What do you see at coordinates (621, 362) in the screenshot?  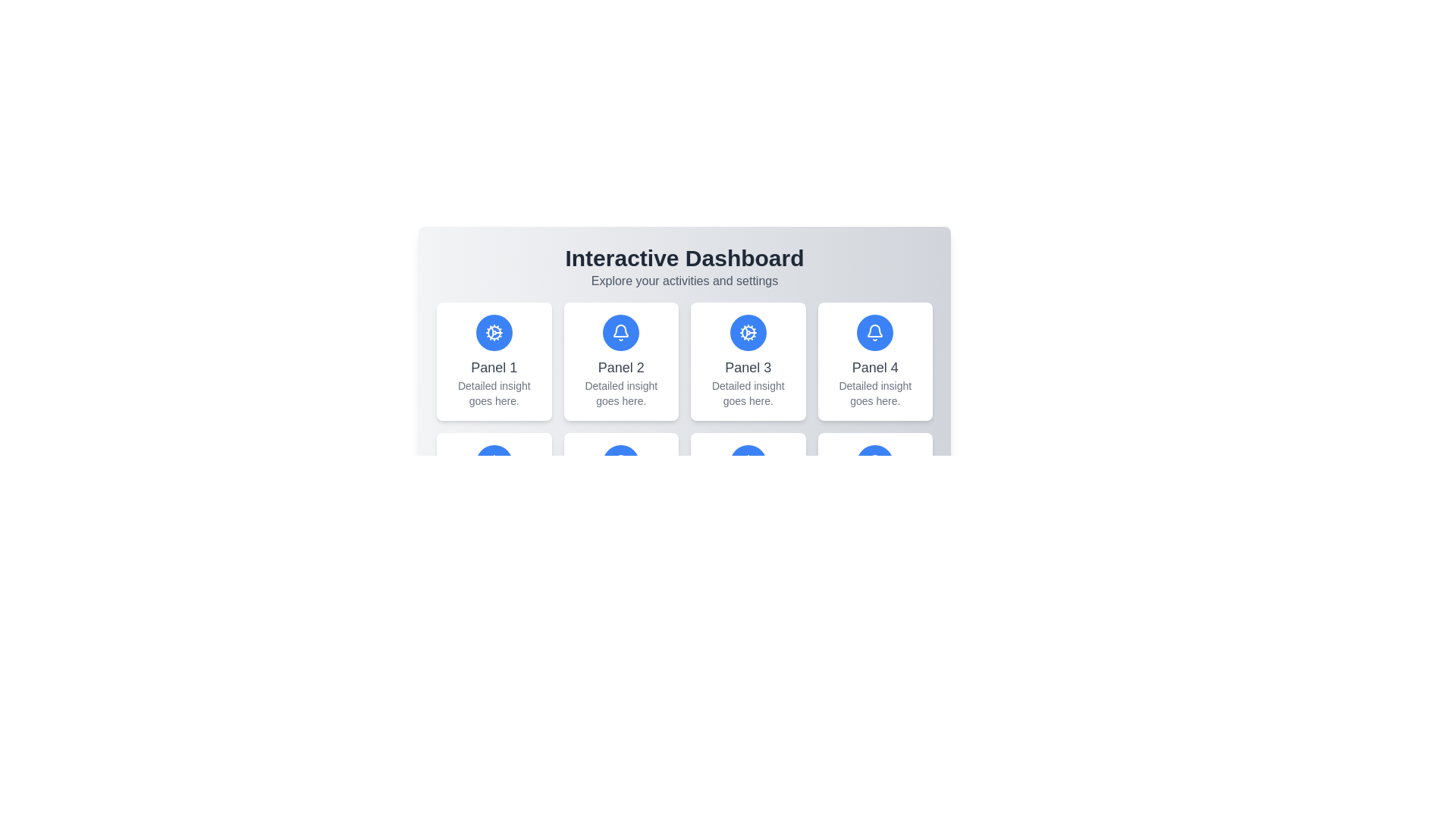 I see `the non-interactive panel located in the first row, second column of the dashboard, which is visually informative and situated between 'Panel 1' and 'Panel 3'` at bounding box center [621, 362].